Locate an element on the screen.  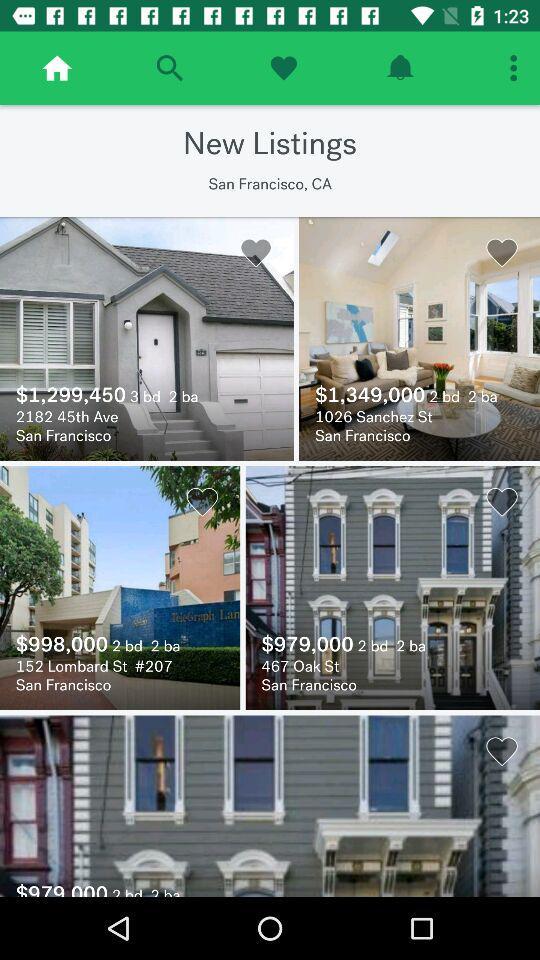
likes is located at coordinates (282, 68).